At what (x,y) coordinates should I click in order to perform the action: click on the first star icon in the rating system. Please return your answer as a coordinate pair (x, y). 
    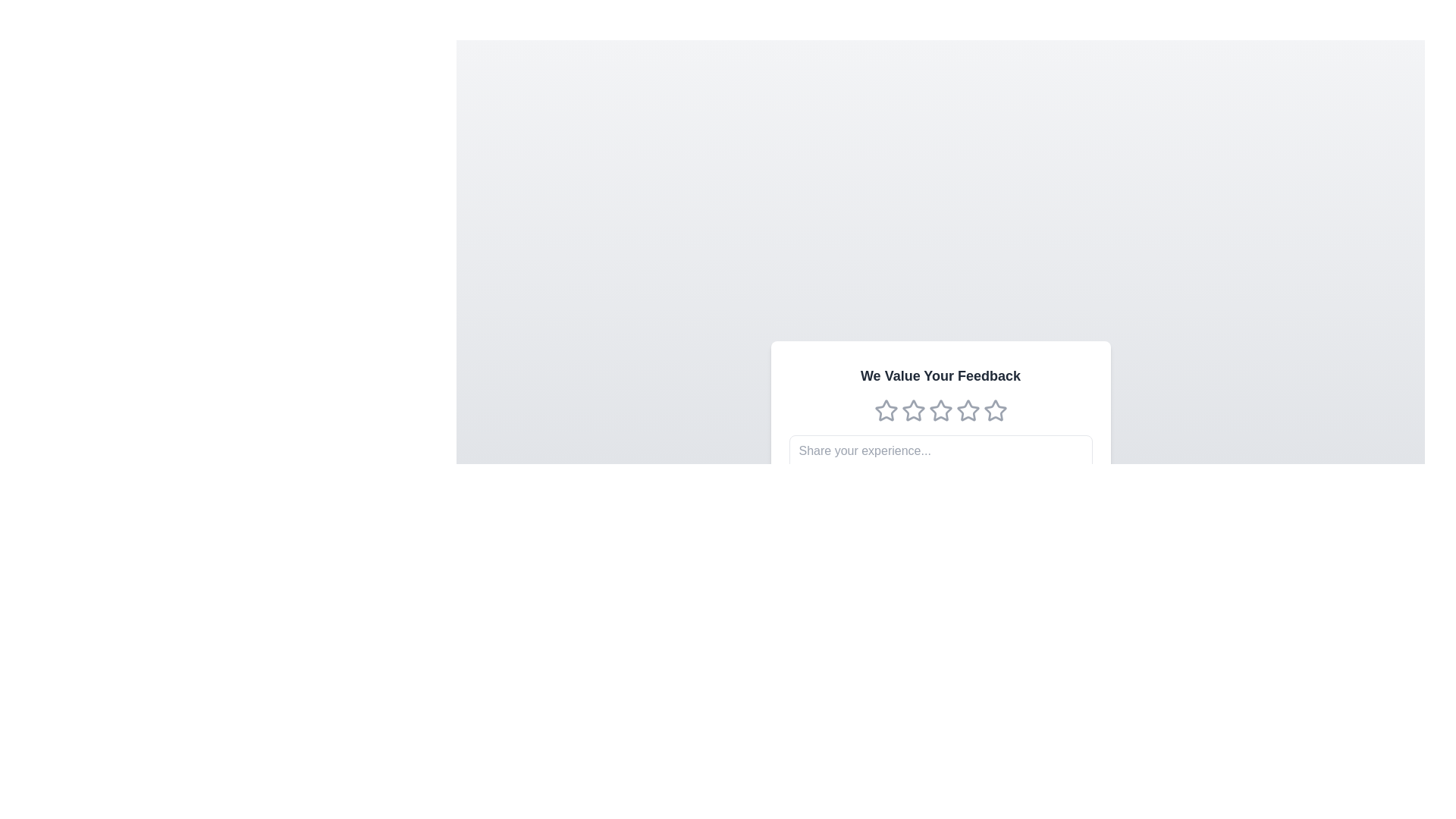
    Looking at the image, I should click on (886, 411).